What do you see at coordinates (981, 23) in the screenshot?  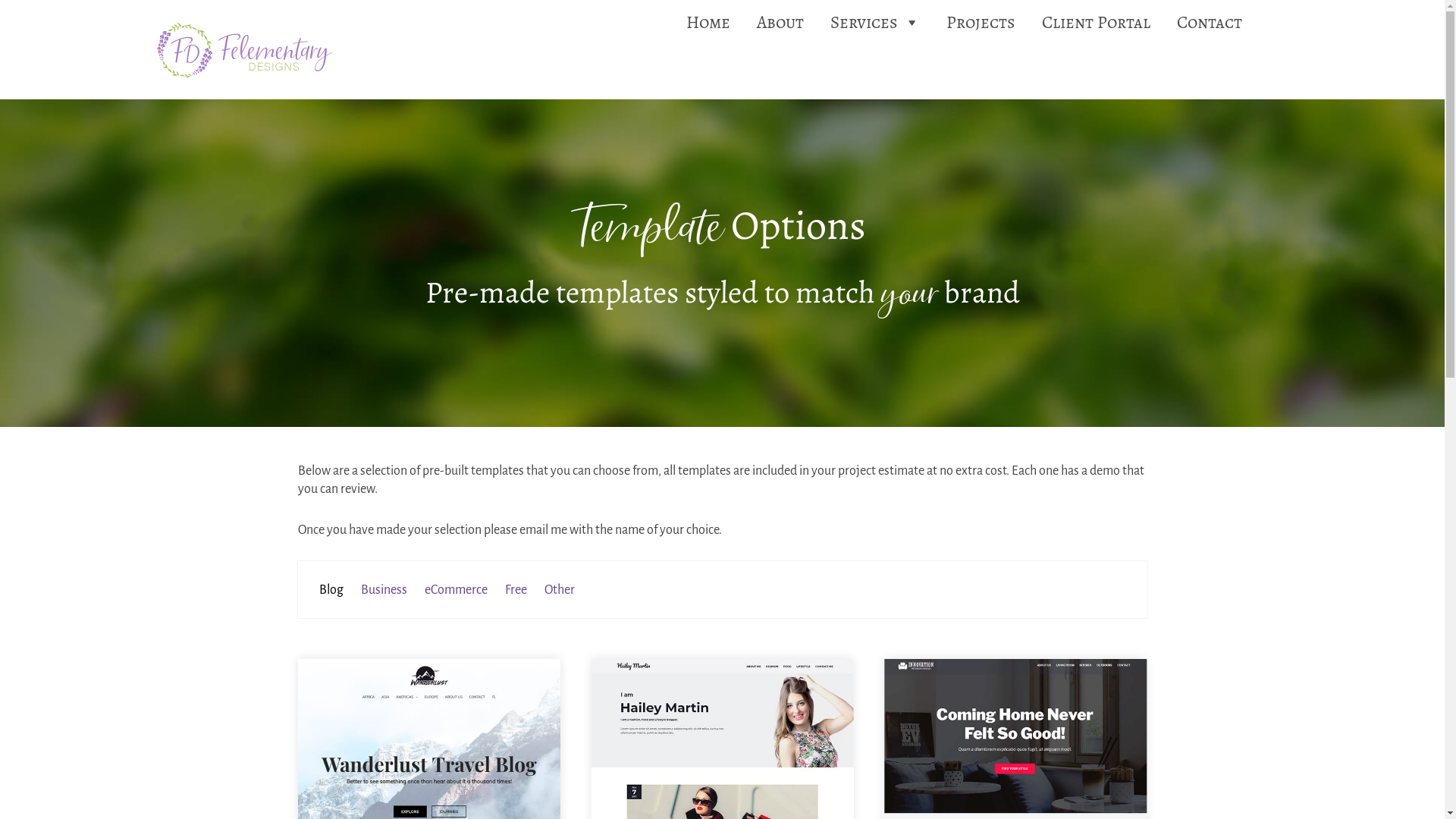 I see `'Projects'` at bounding box center [981, 23].